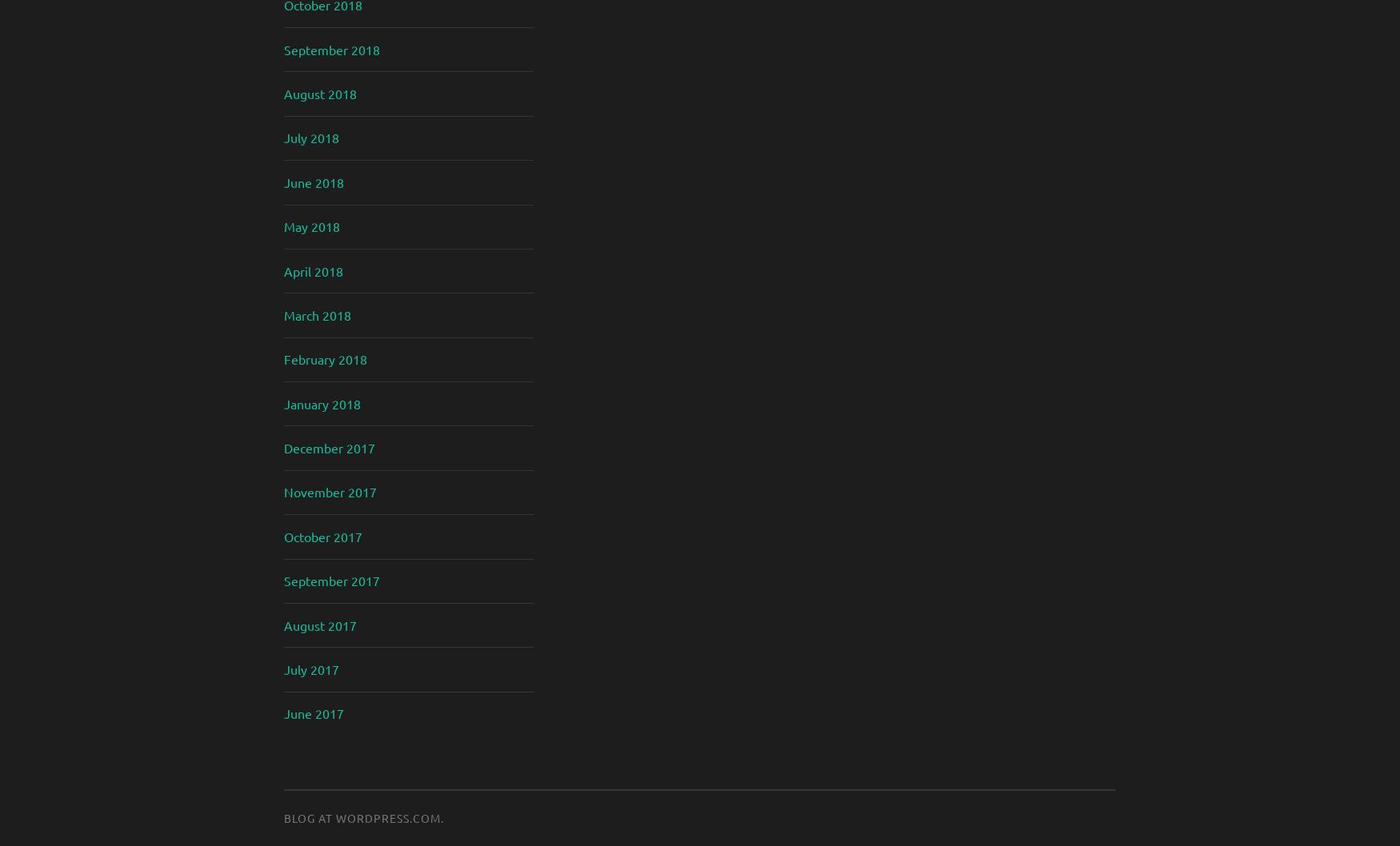 The height and width of the screenshot is (846, 1400). I want to click on 'September 2017', so click(330, 580).